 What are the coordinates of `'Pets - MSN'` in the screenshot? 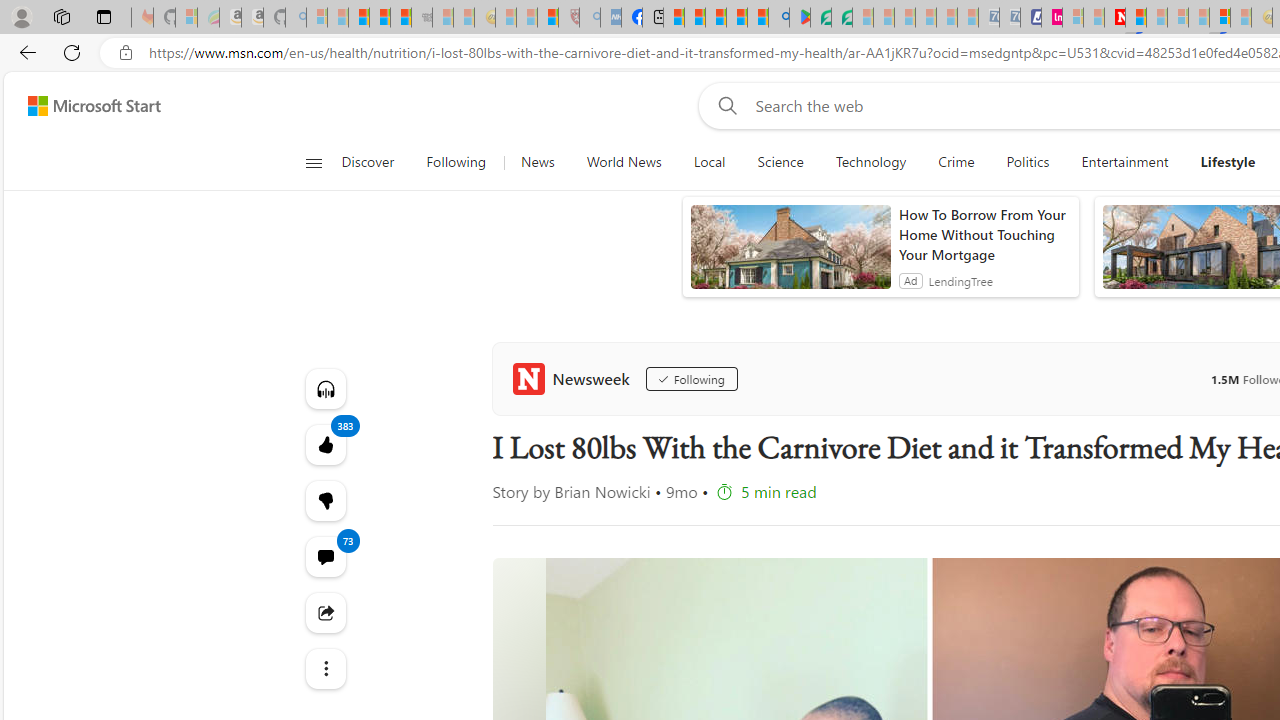 It's located at (736, 17).